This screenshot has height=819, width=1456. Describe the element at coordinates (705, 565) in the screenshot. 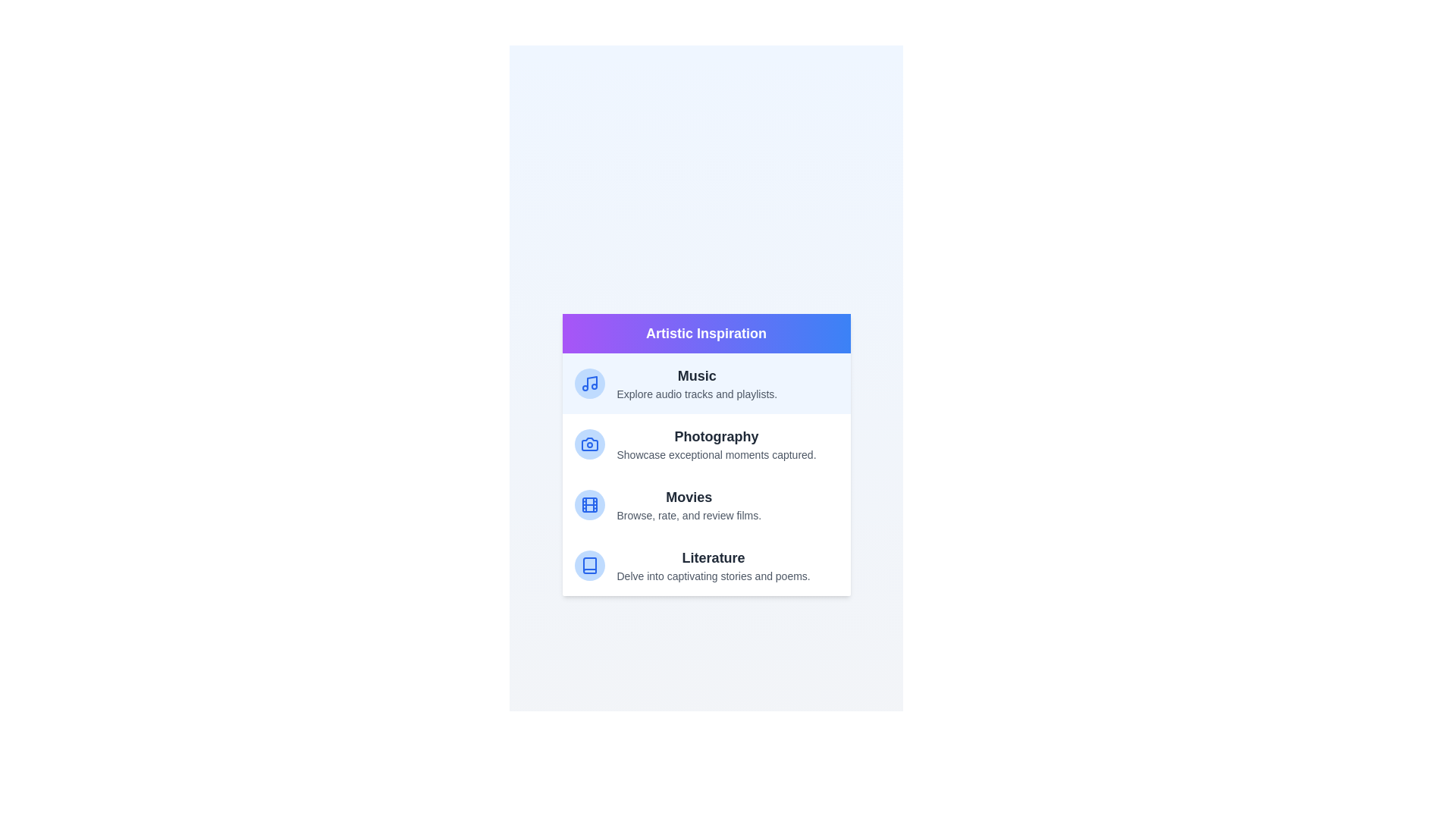

I see `the category Literature to read its description` at that location.